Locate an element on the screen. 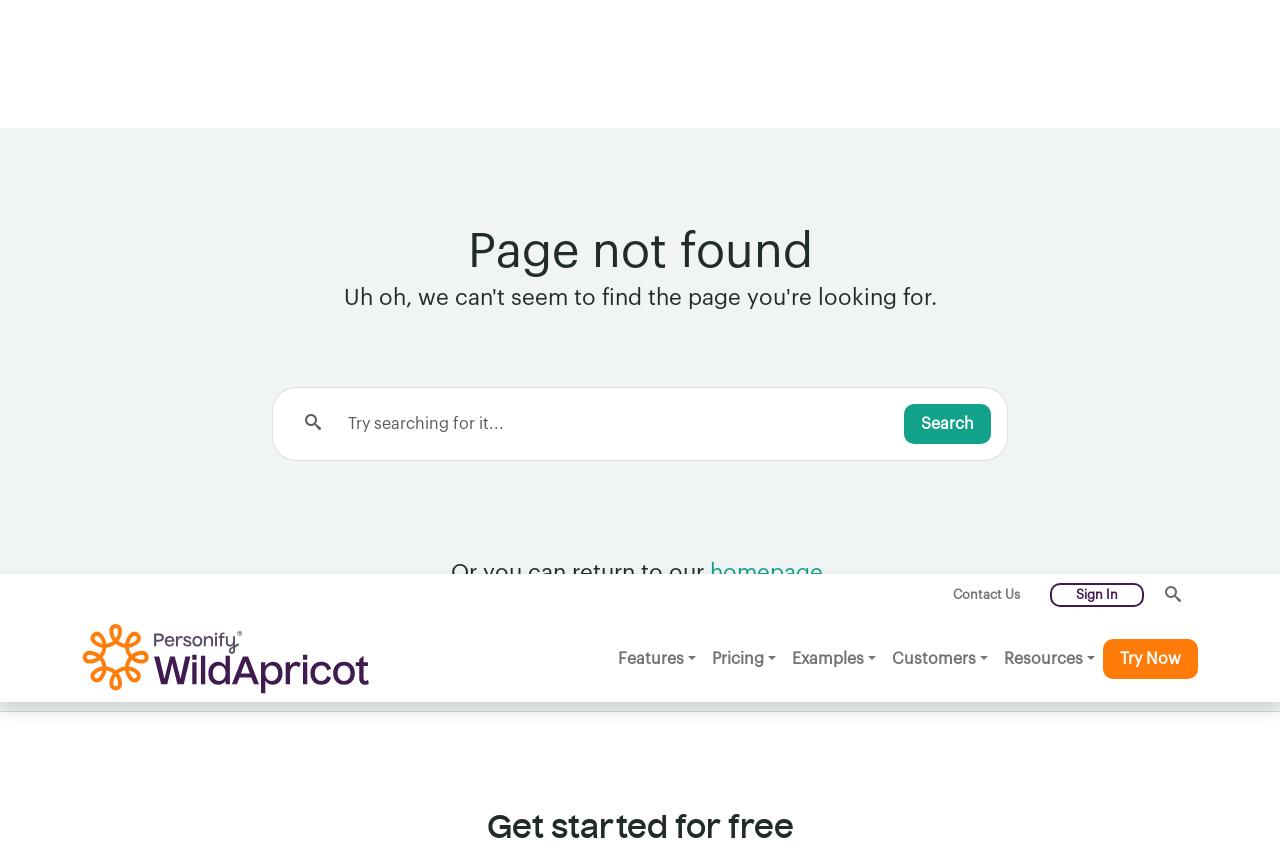  'Forums' is located at coordinates (566, 593).